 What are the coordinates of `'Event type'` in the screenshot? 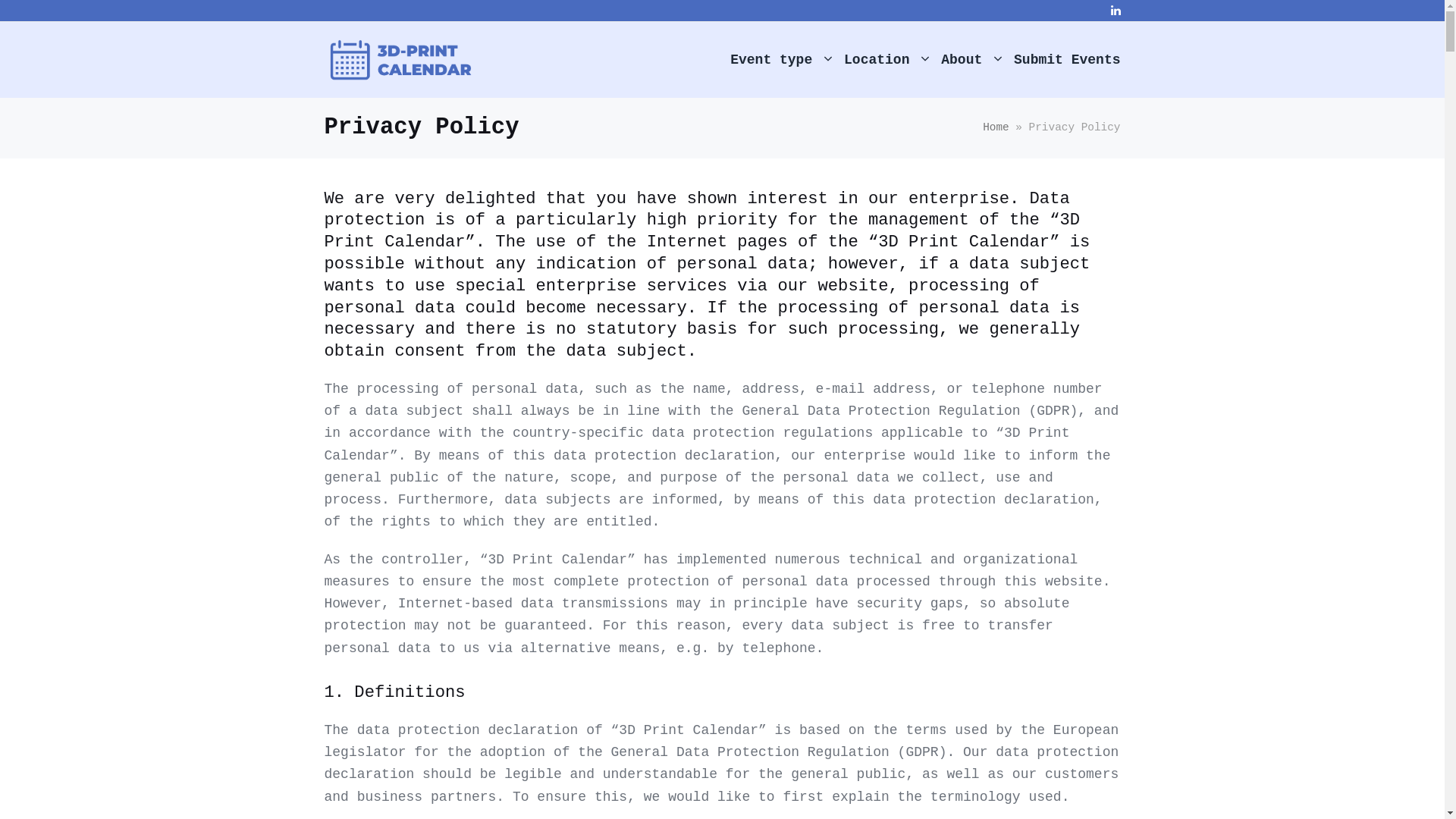 It's located at (781, 58).